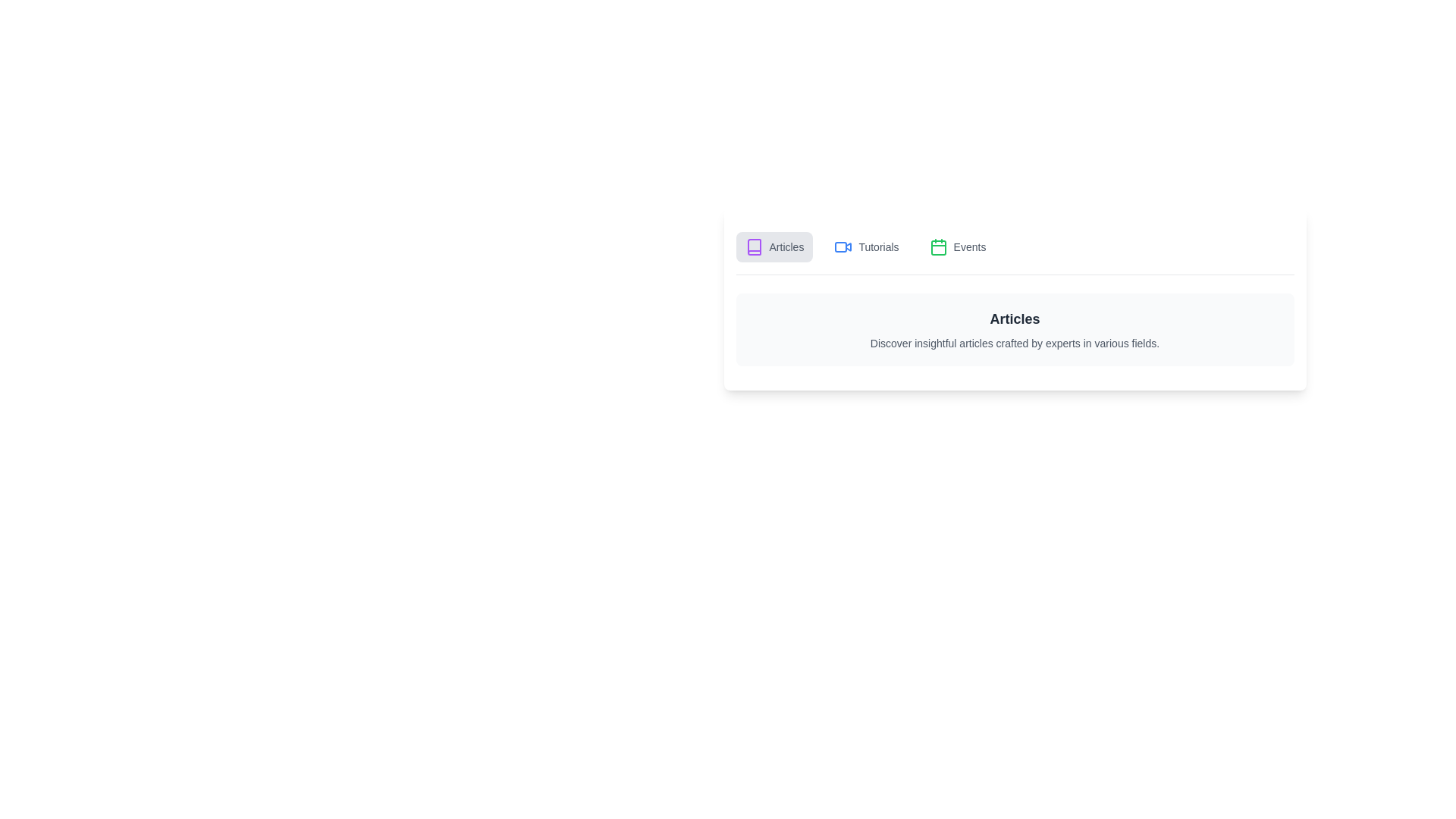  Describe the element at coordinates (956, 246) in the screenshot. I see `the Events tab to view its content` at that location.